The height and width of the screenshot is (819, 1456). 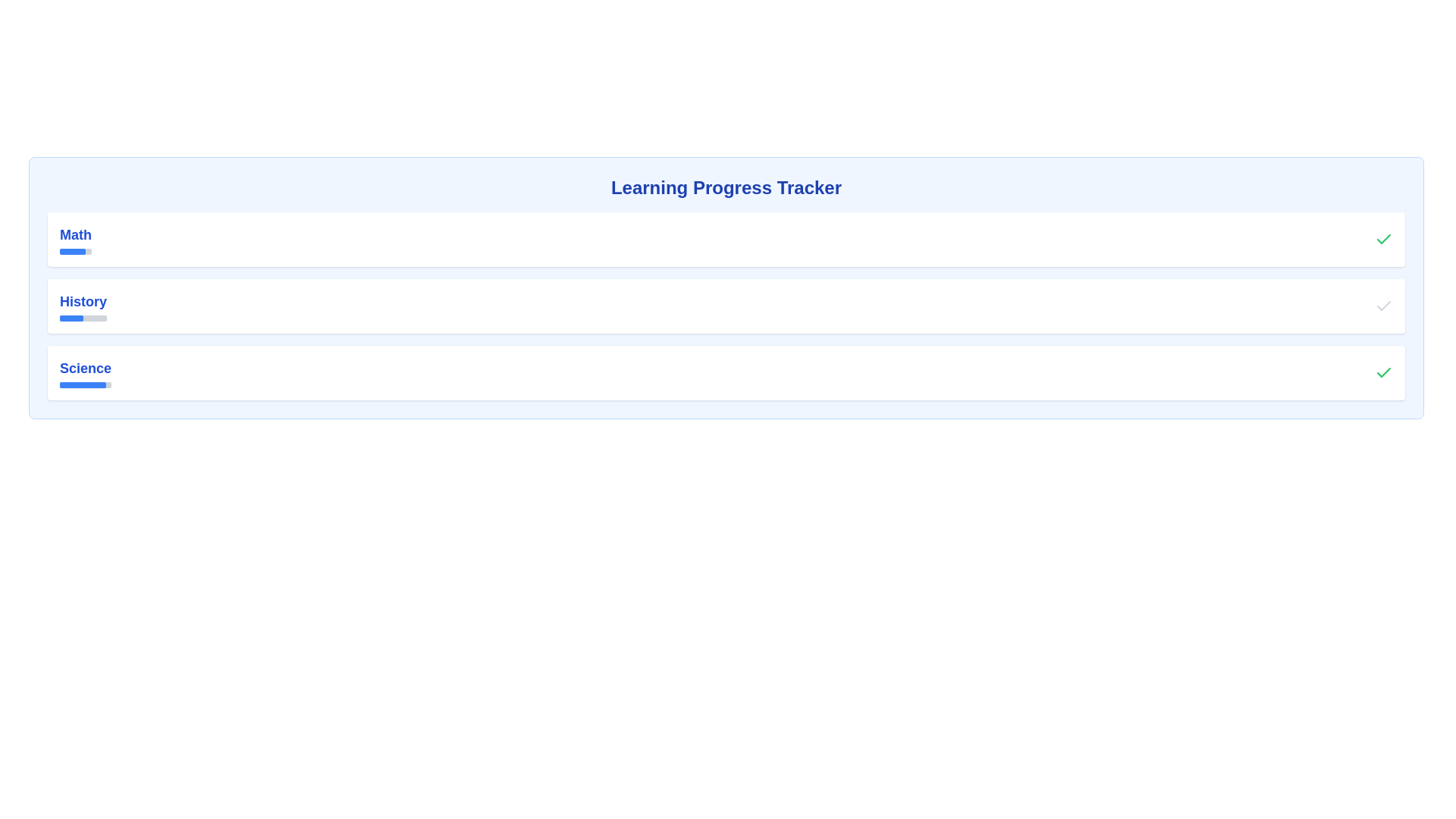 I want to click on the progress bar indicating the completion percentage of the 'Science' task, located at the bottom row of the progress trackers, so click(x=85, y=384).